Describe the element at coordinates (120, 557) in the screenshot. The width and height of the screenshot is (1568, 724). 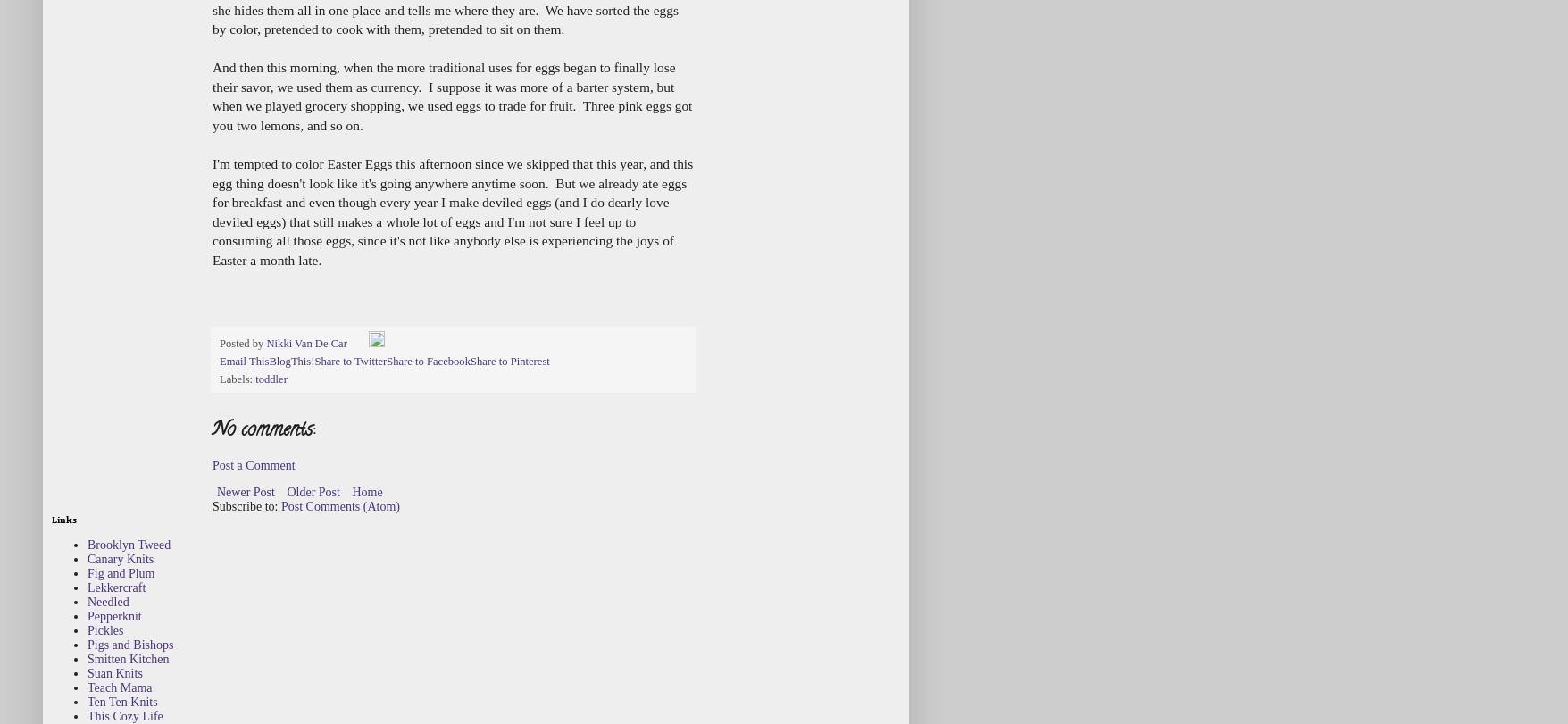
I see `'Canary Knits'` at that location.